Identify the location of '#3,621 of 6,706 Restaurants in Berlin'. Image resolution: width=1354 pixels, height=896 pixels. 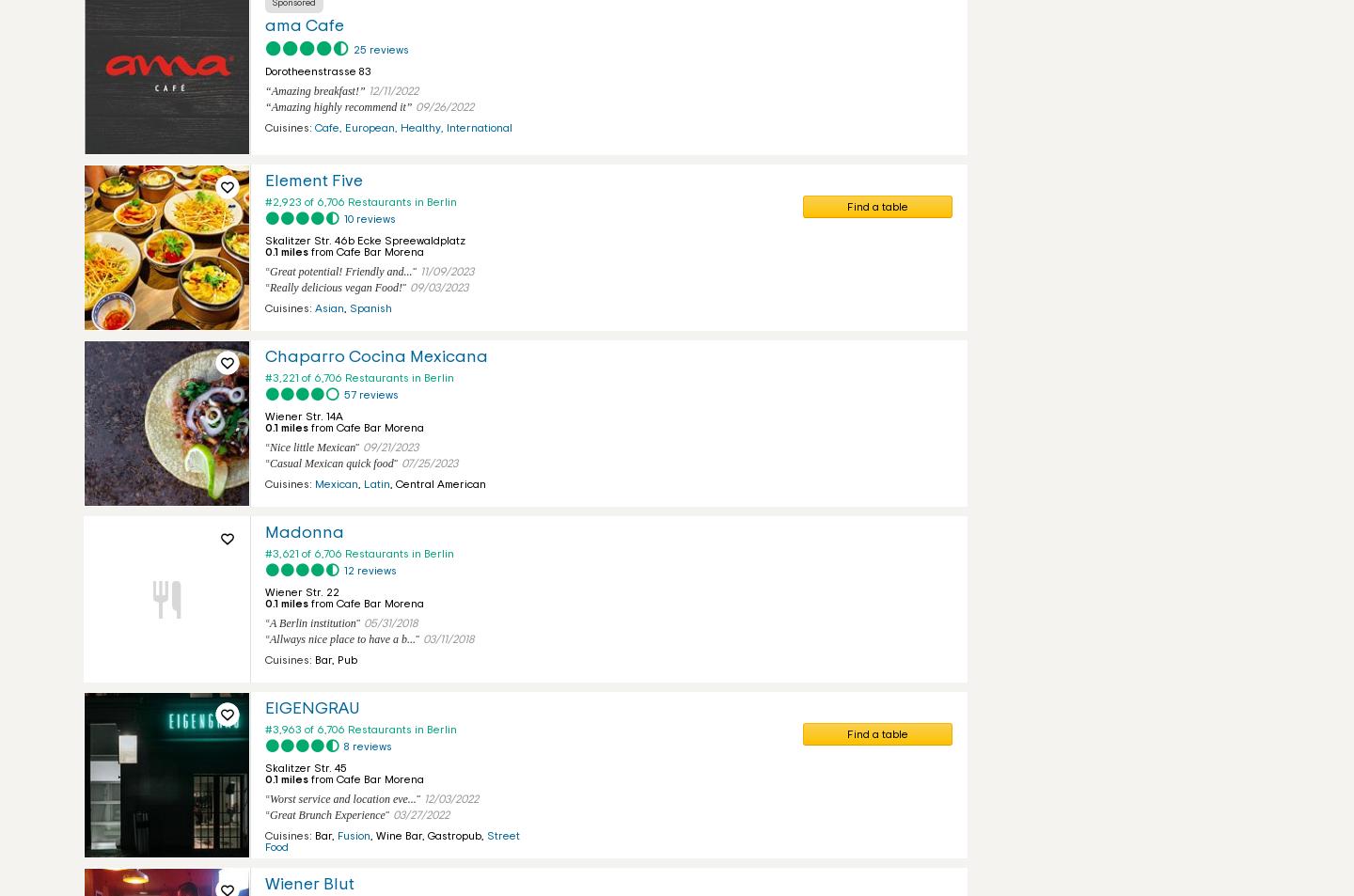
(263, 553).